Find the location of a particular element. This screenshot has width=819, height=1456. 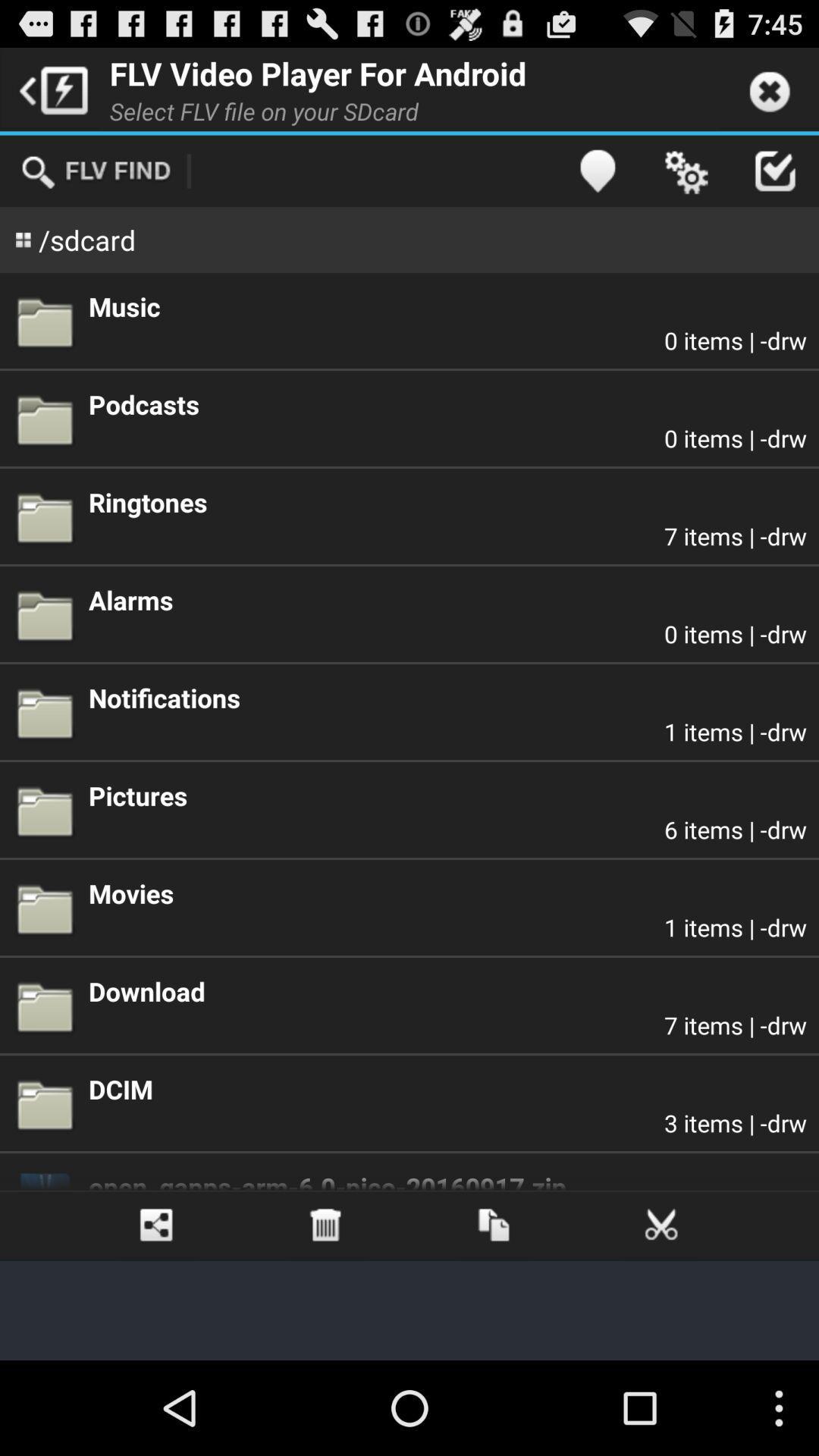

notifications app is located at coordinates (447, 697).